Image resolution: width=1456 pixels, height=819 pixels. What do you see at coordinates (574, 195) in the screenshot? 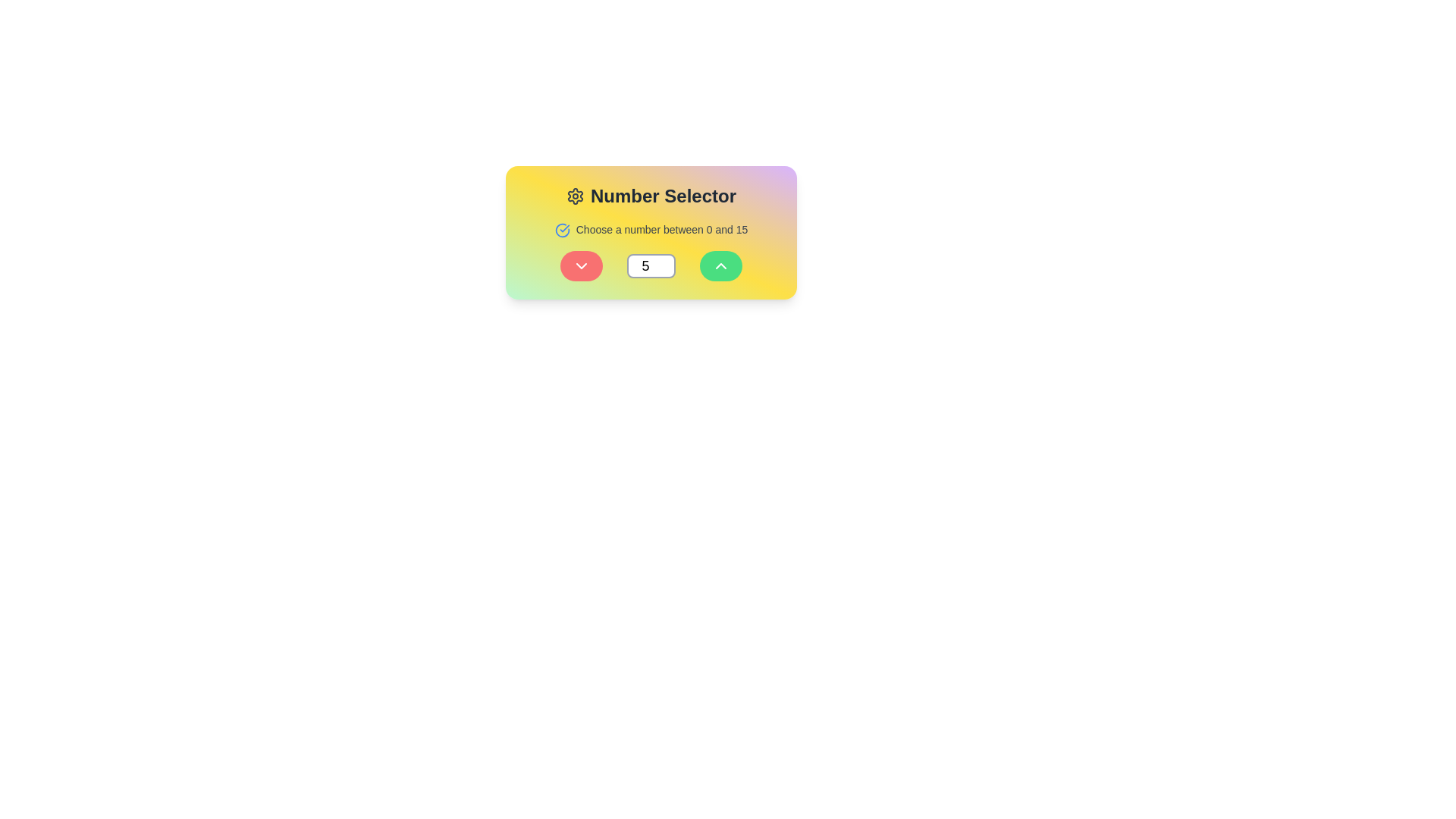
I see `the settings cog icon, which is a circular gear icon with protruding teeth, located to the left of the 'Number Selector' text` at bounding box center [574, 195].